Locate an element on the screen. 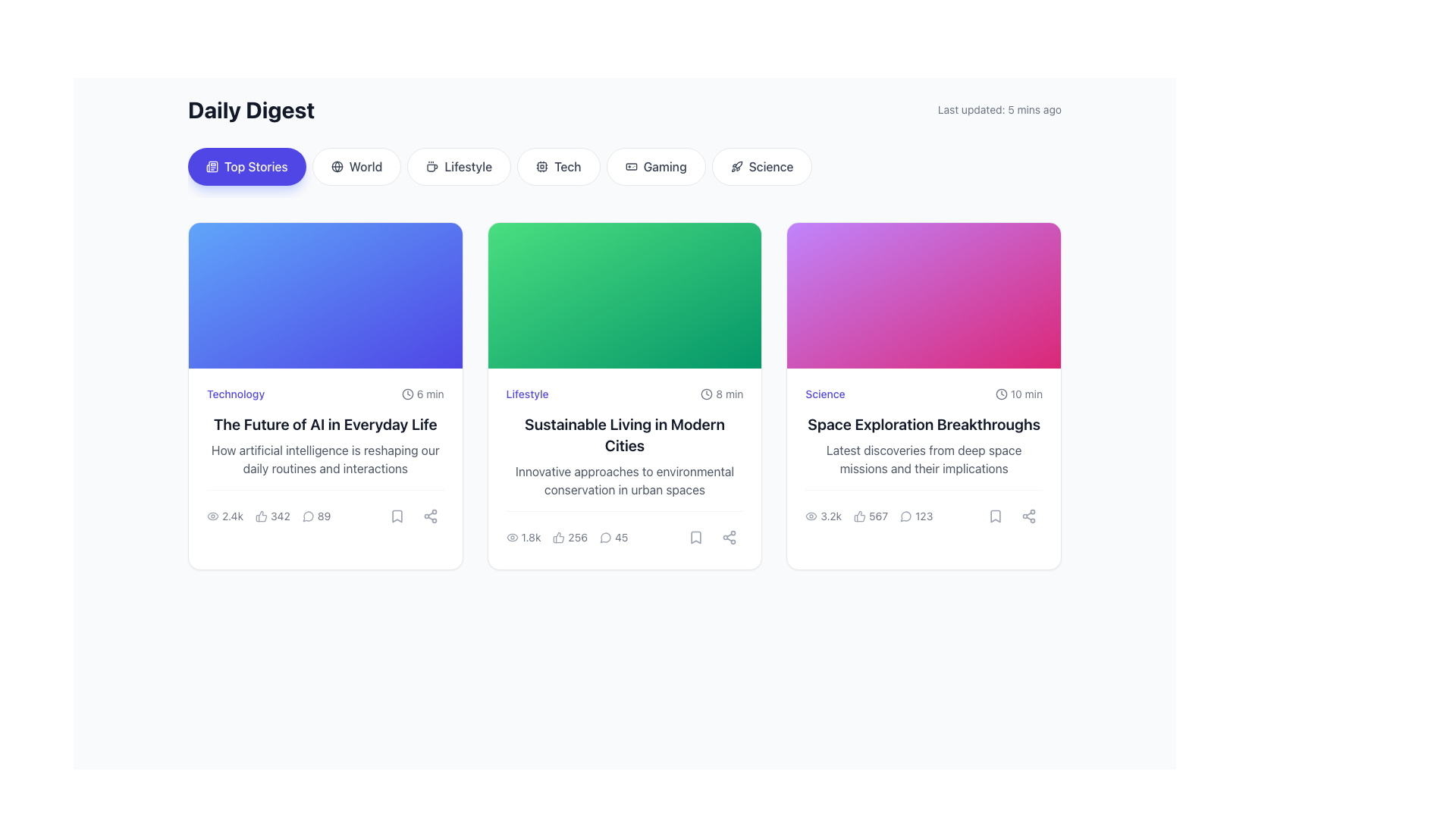  the static text label displaying the number '89' located in the comments section of the first card, which is directly to the right of a speech bubble icon is located at coordinates (323, 516).